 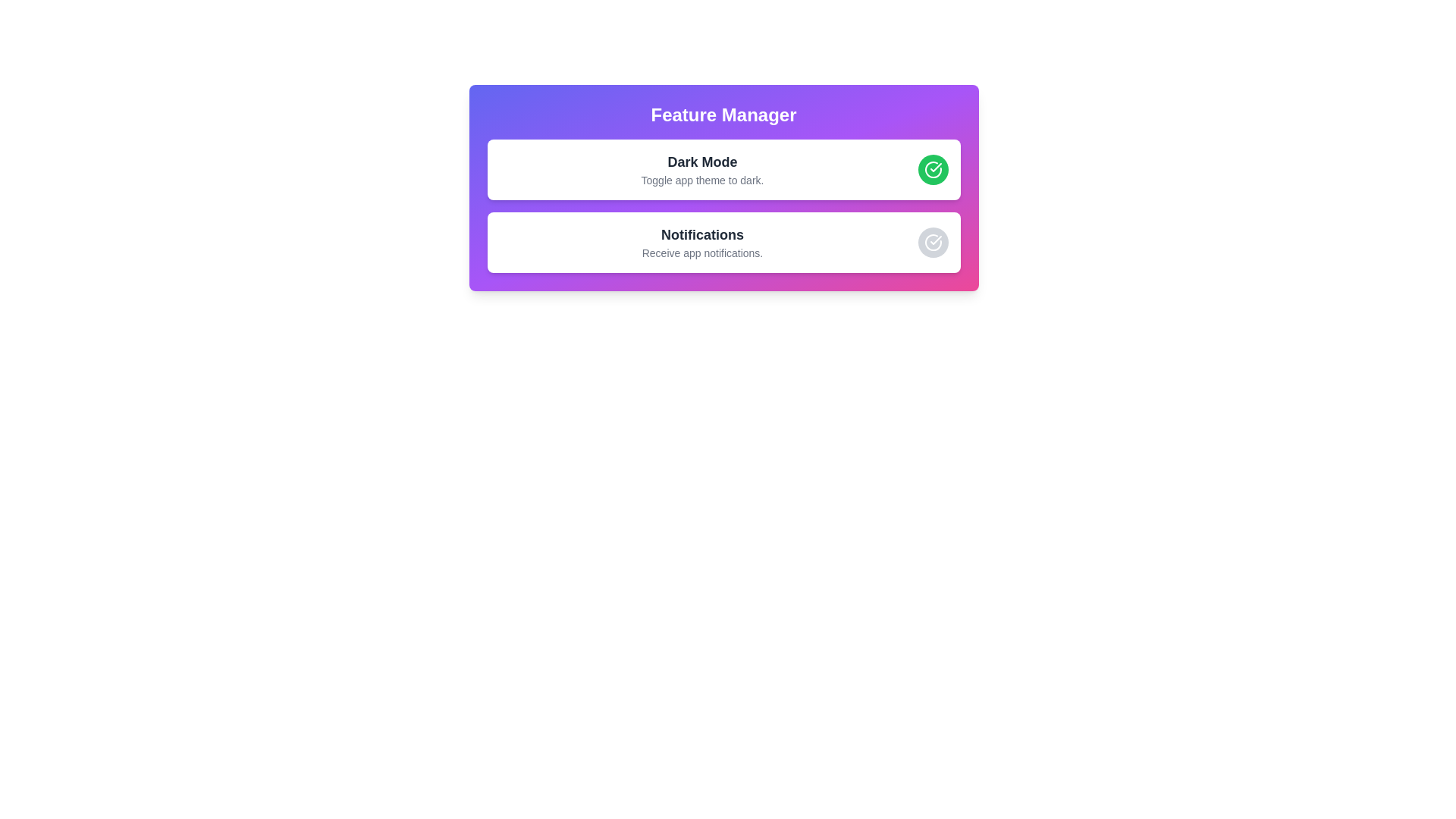 What do you see at coordinates (932, 169) in the screenshot?
I see `the circular green icon with a white check mark that indicates the confirmation of the 'Dark Mode' feature, located to the right of the 'Dark Mode' text` at bounding box center [932, 169].